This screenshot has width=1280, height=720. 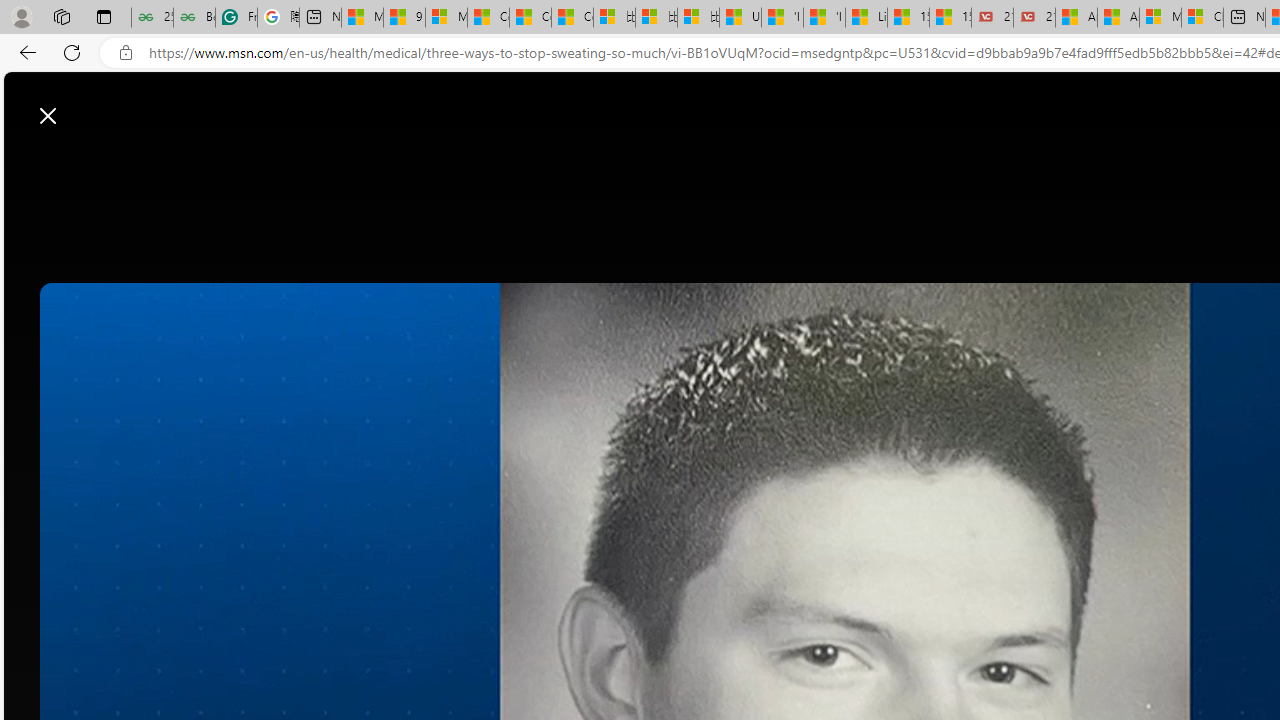 I want to click on '25 Basic Linux Commands For Beginners - GeeksforGeeks', so click(x=151, y=17).